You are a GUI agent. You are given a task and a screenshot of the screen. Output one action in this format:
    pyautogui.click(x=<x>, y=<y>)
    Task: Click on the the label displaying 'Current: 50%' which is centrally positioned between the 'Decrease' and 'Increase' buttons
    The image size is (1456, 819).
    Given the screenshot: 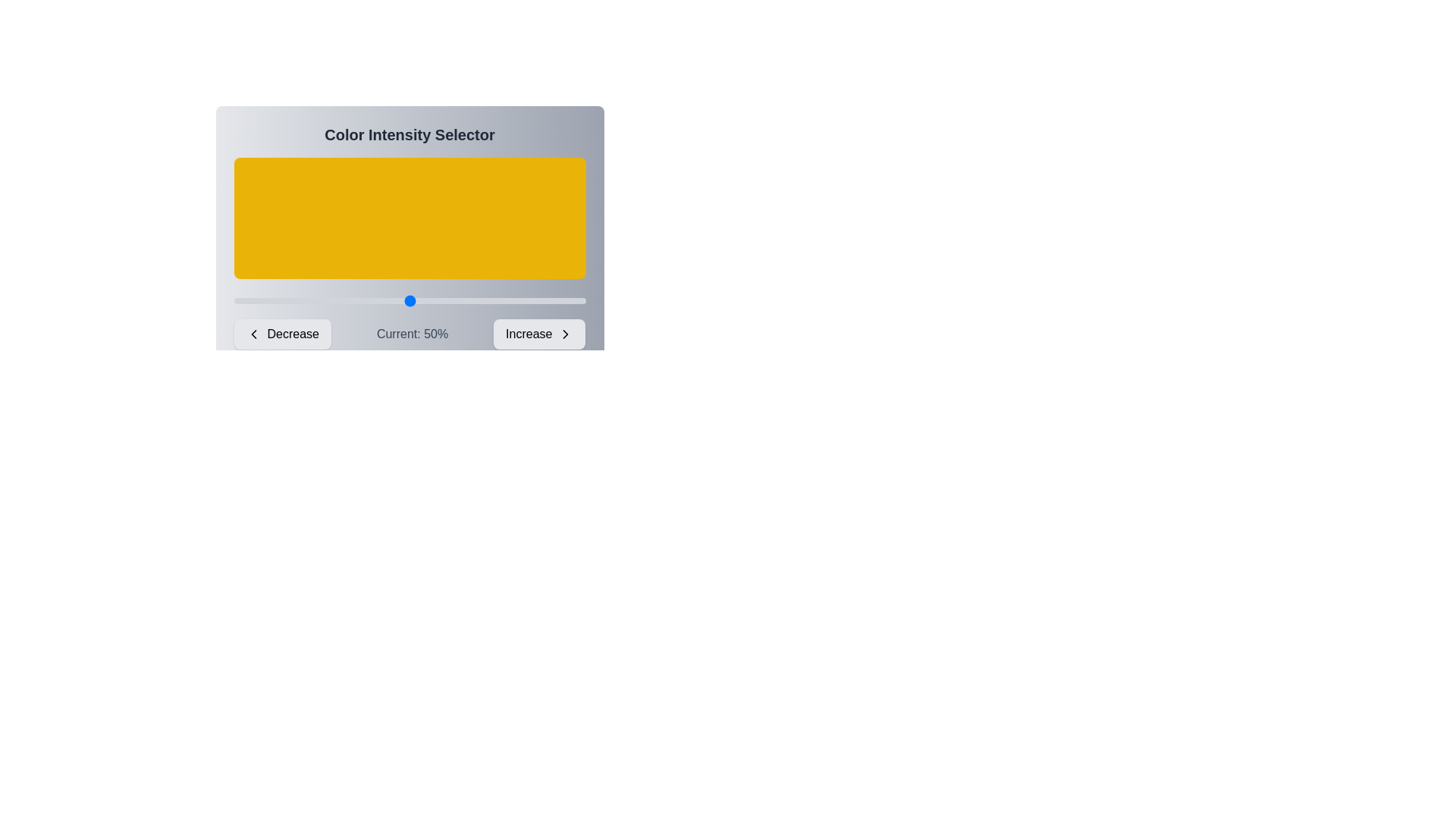 What is the action you would take?
    pyautogui.click(x=413, y=333)
    